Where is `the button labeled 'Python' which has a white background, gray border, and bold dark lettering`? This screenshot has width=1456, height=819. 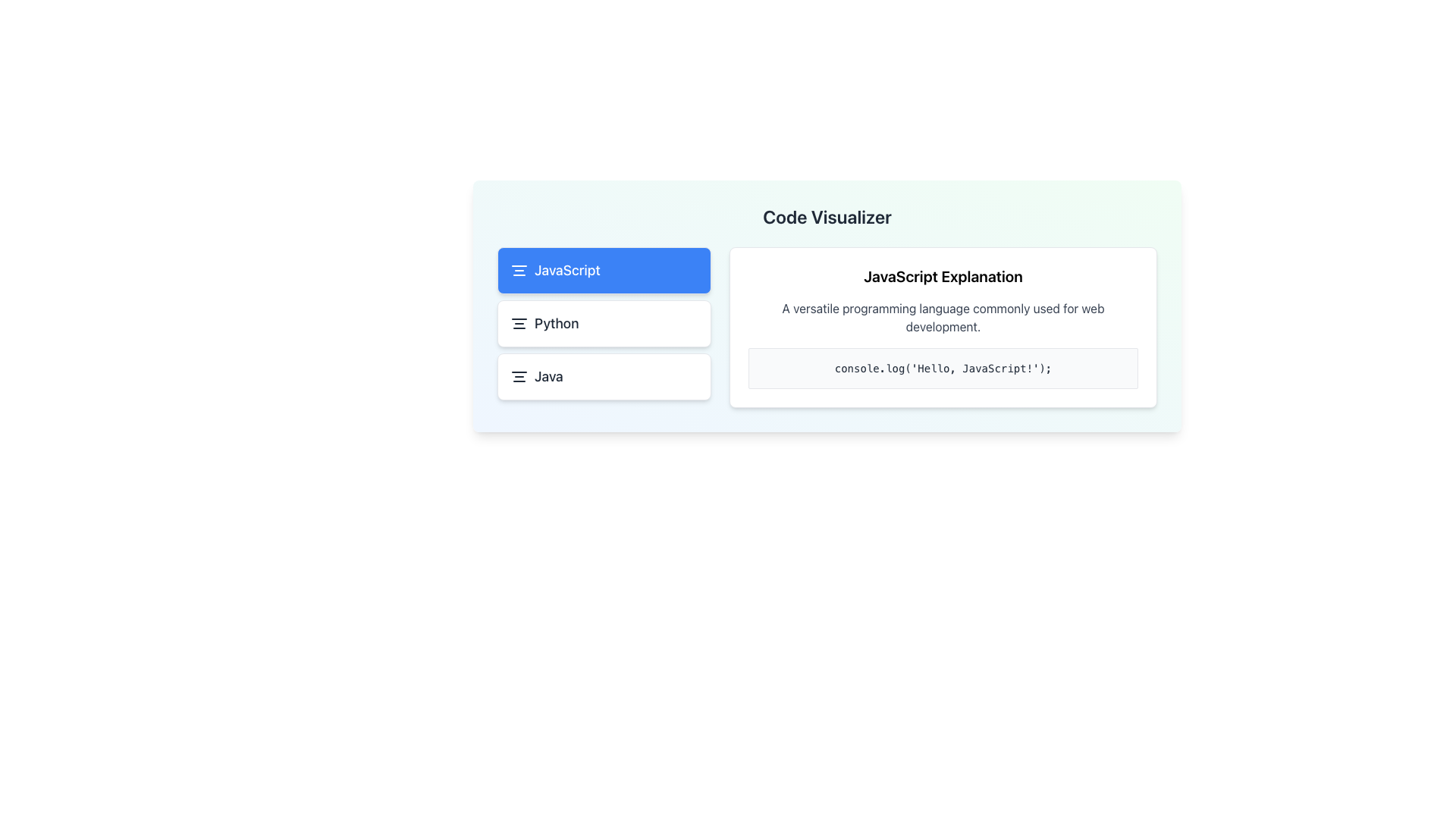 the button labeled 'Python' which has a white background, gray border, and bold dark lettering is located at coordinates (603, 327).